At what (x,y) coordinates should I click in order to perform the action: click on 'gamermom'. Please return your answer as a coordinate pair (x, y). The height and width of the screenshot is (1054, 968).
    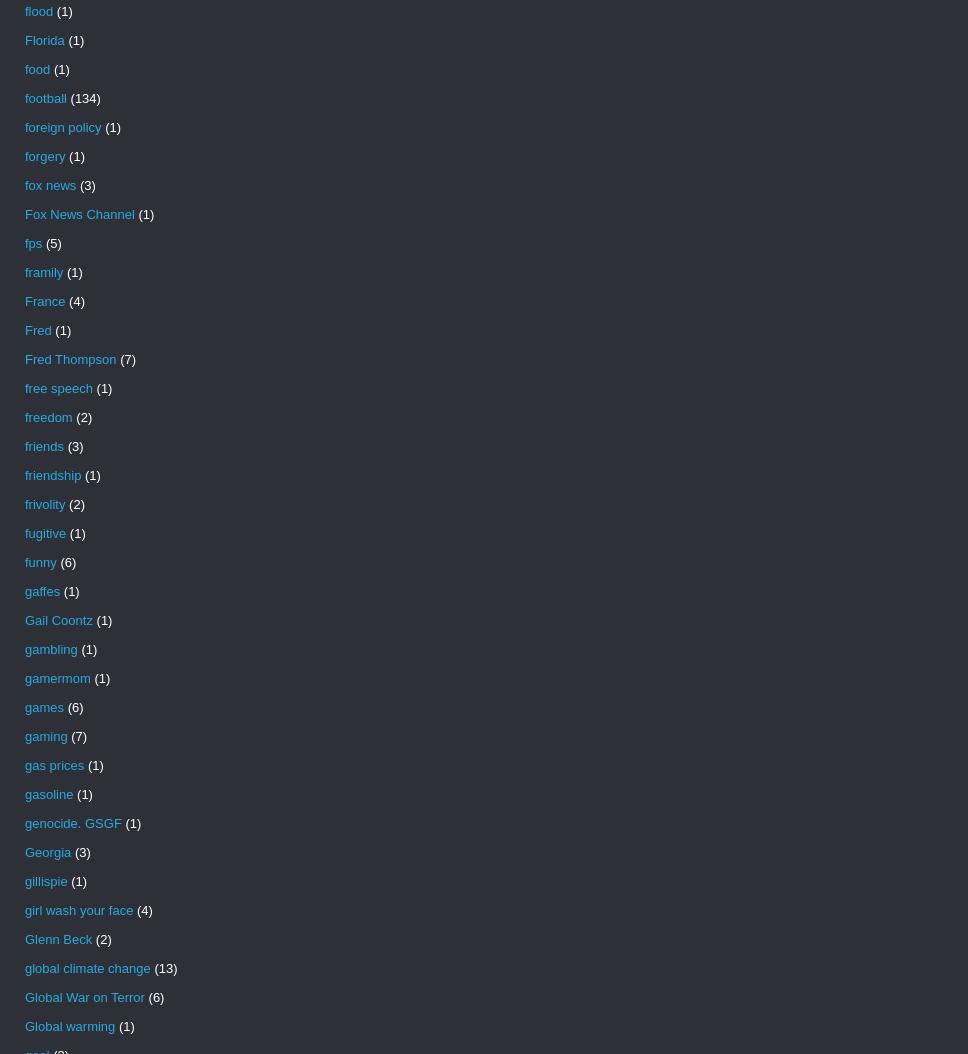
    Looking at the image, I should click on (56, 678).